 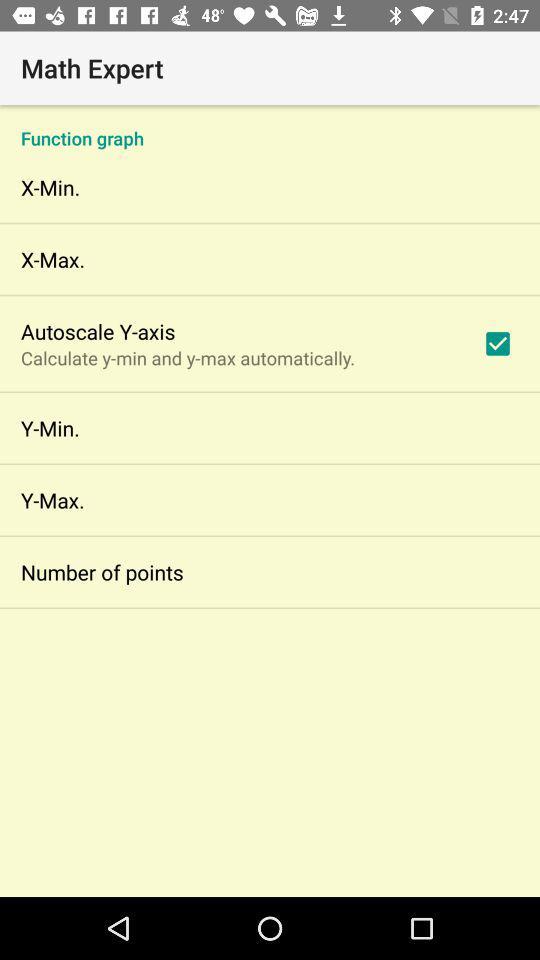 What do you see at coordinates (97, 331) in the screenshot?
I see `the item above the calculate y min icon` at bounding box center [97, 331].